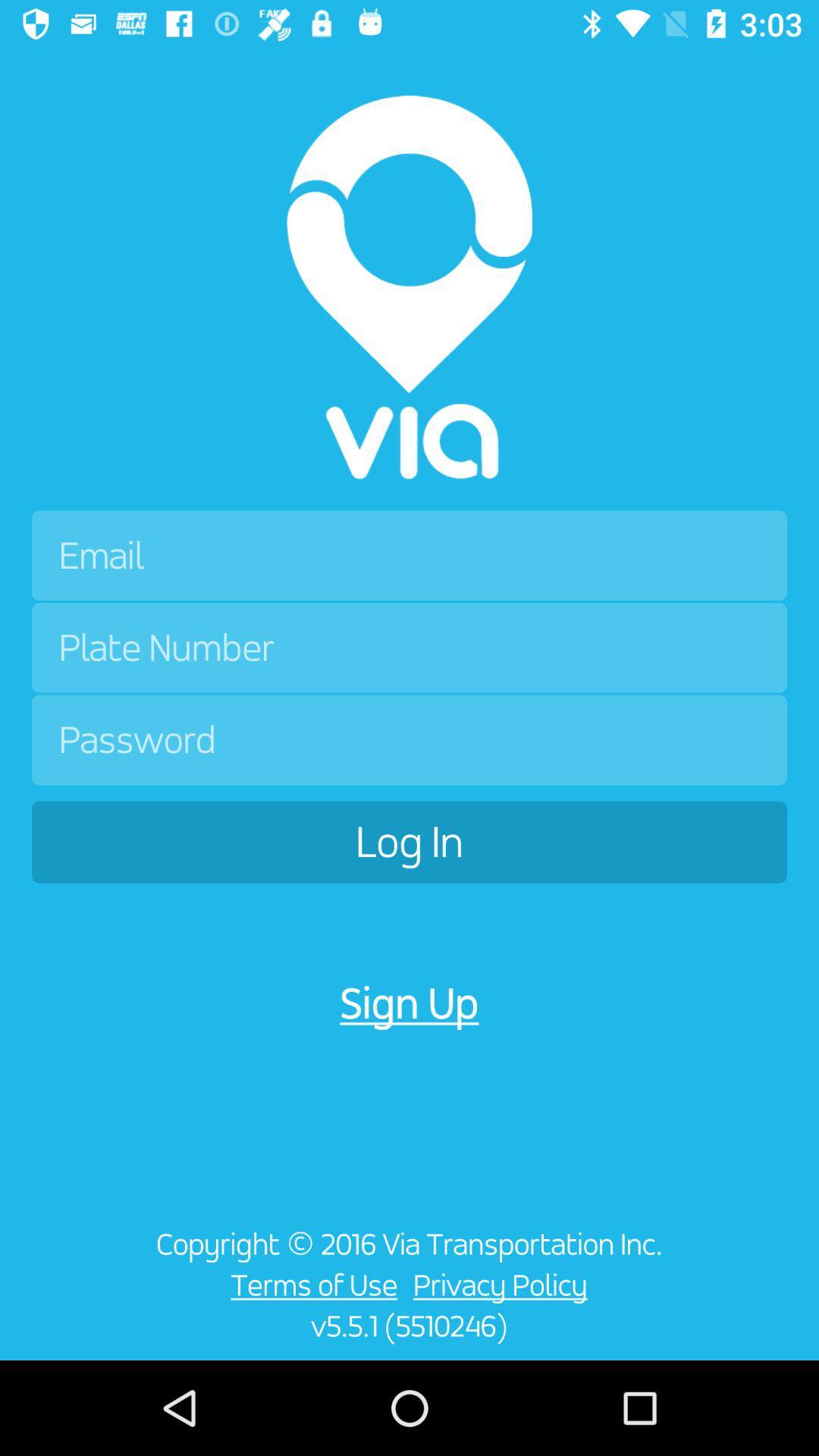 The height and width of the screenshot is (1456, 819). I want to click on item below the log in, so click(64, 1294).